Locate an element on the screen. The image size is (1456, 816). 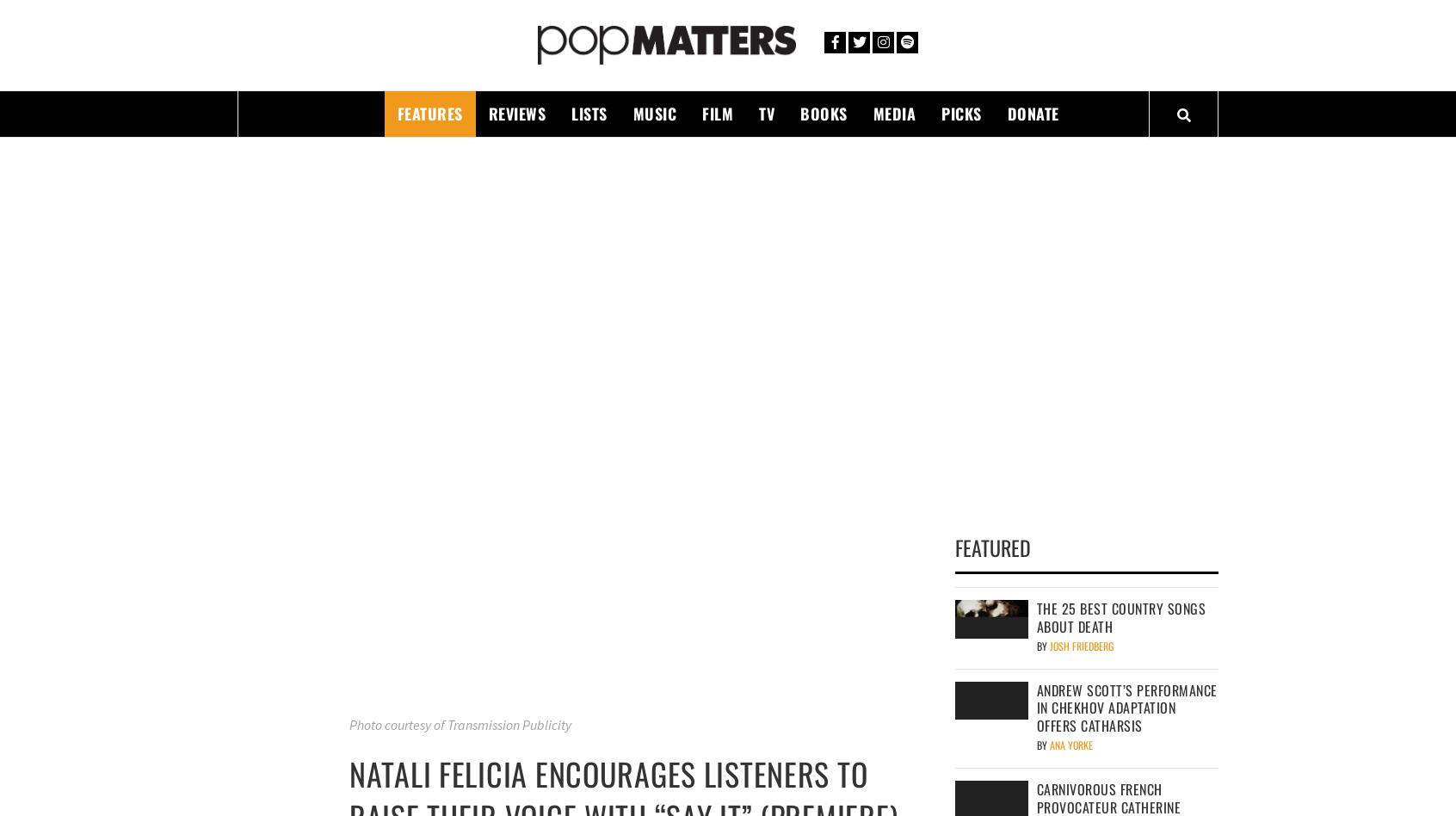
'Media' is located at coordinates (872, 112).